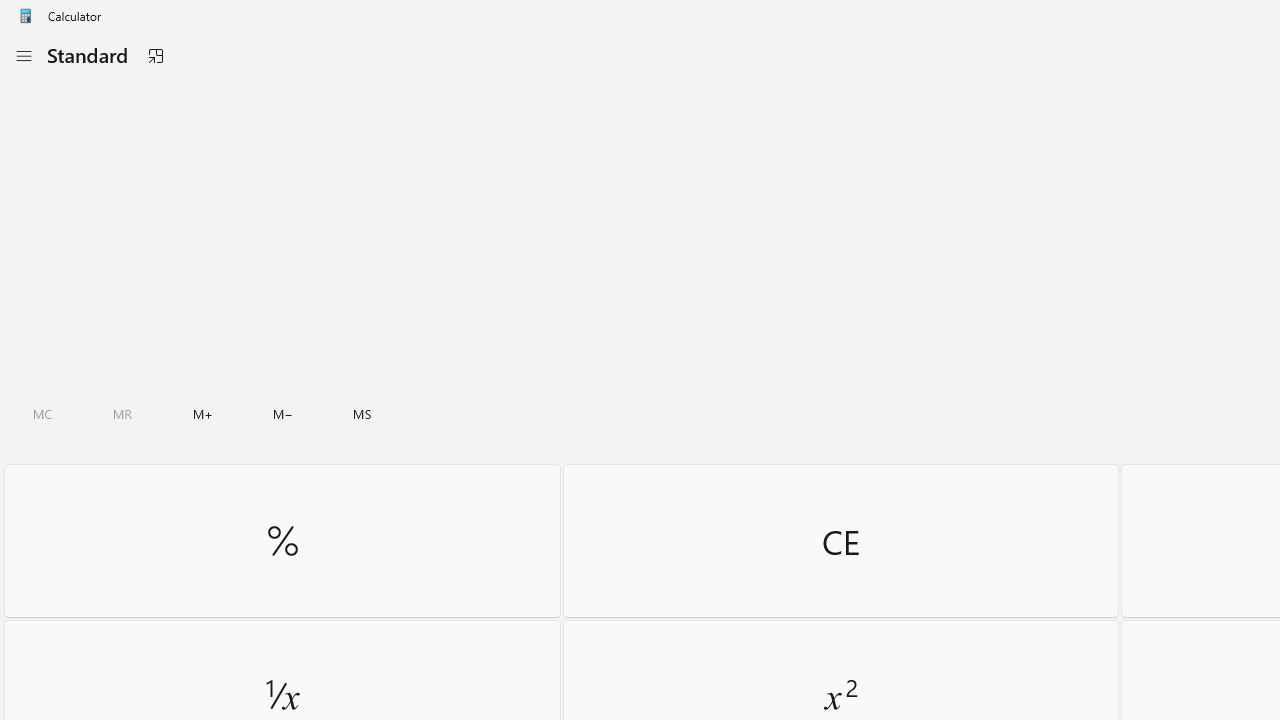 The image size is (1280, 720). Describe the element at coordinates (281, 540) in the screenshot. I see `'Percent'` at that location.